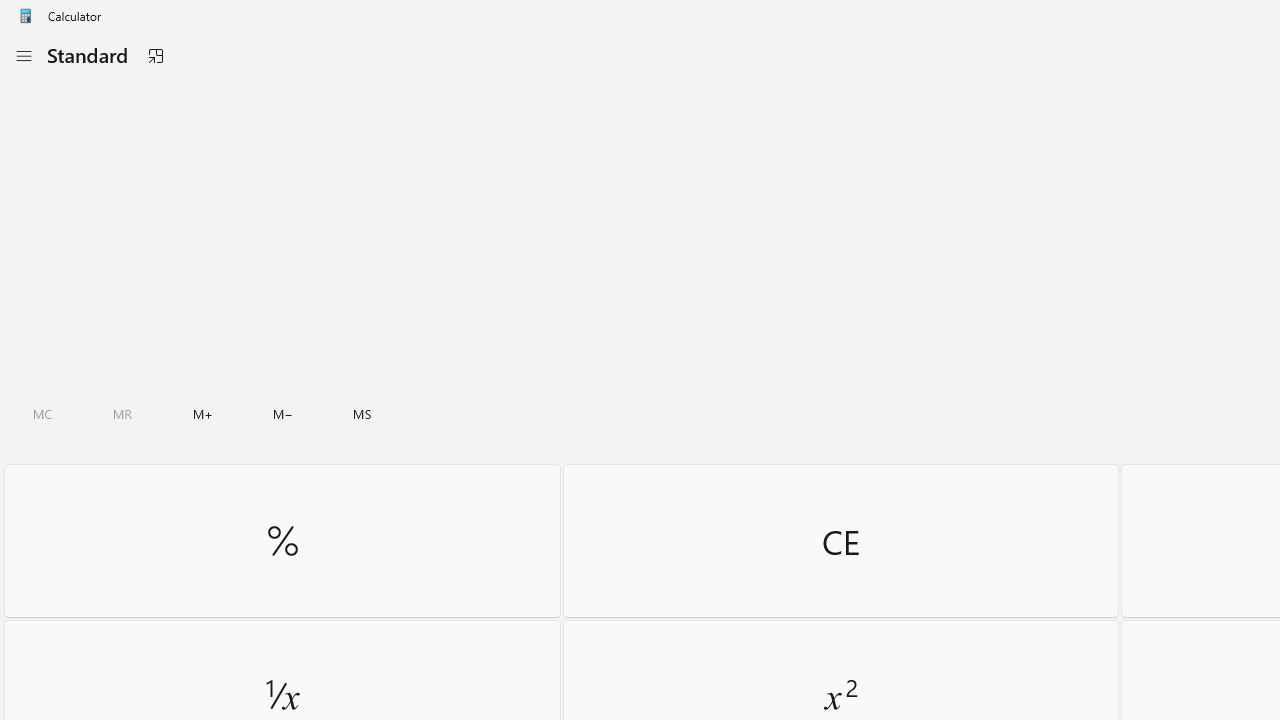 The image size is (1280, 720). Describe the element at coordinates (281, 540) in the screenshot. I see `'Percent'` at that location.